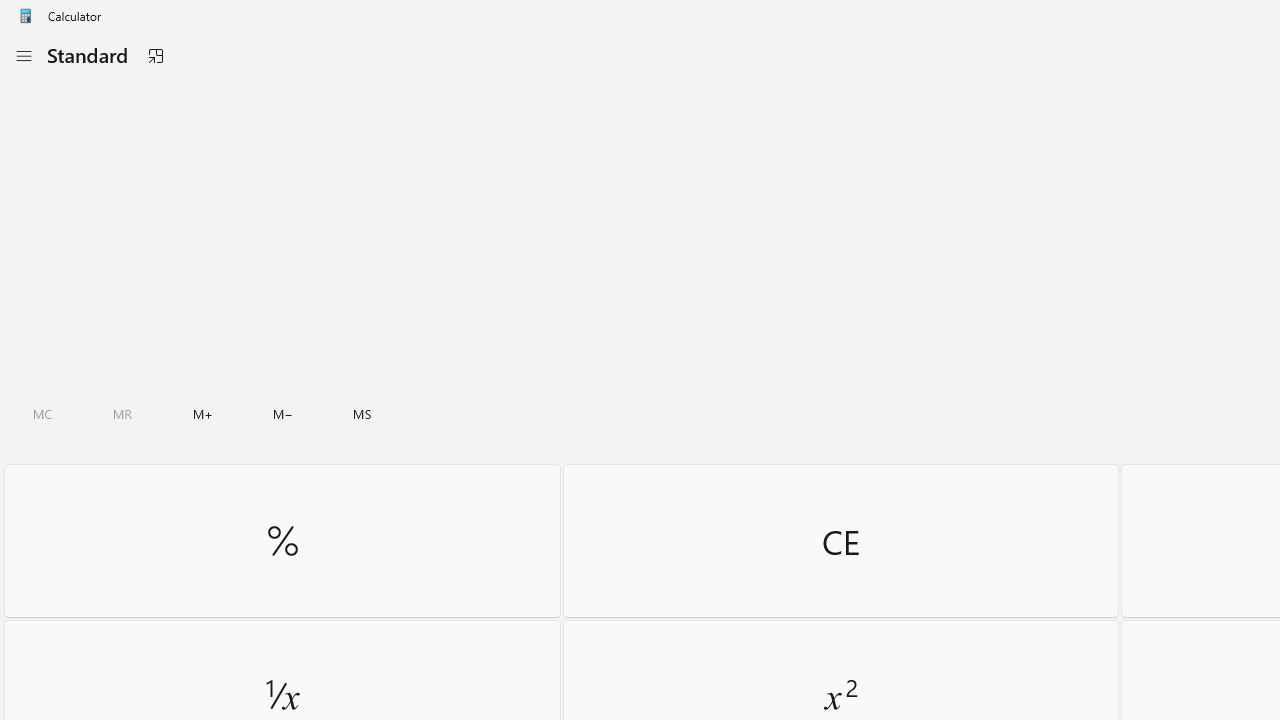 The image size is (1280, 720). Describe the element at coordinates (281, 540) in the screenshot. I see `'Percent'` at that location.